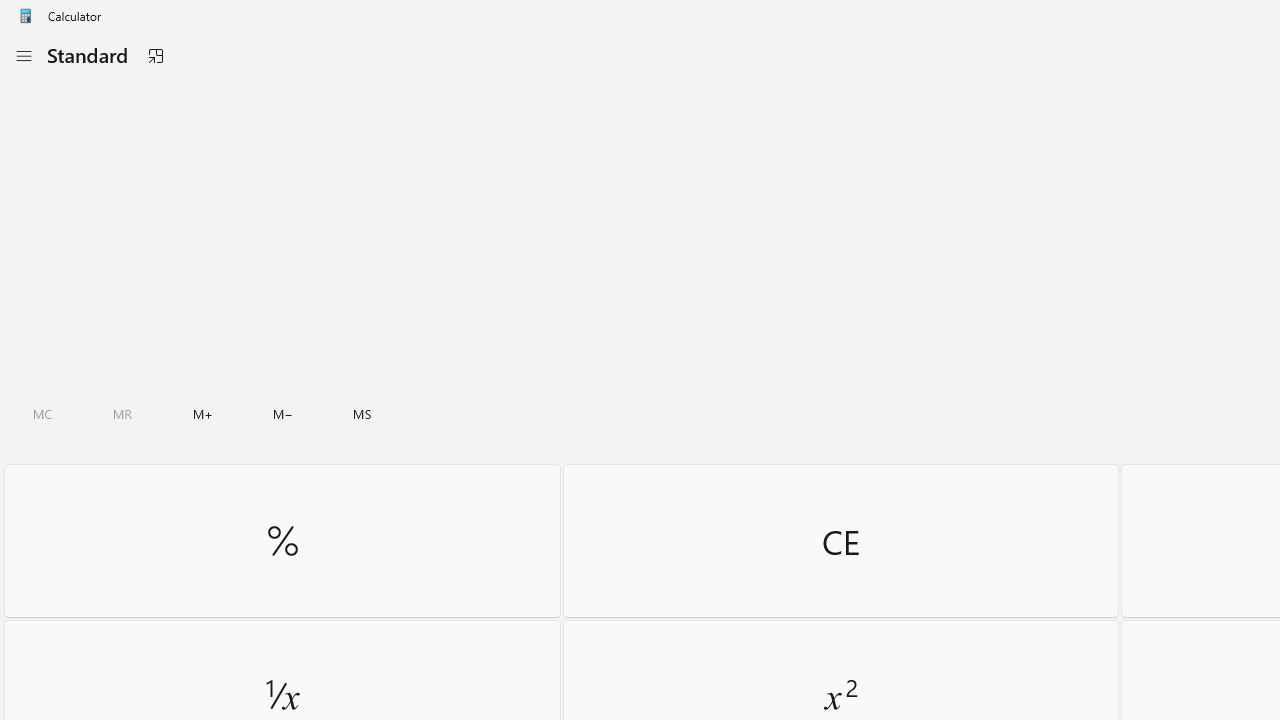 The image size is (1280, 720). Describe the element at coordinates (281, 540) in the screenshot. I see `'Percent'` at that location.